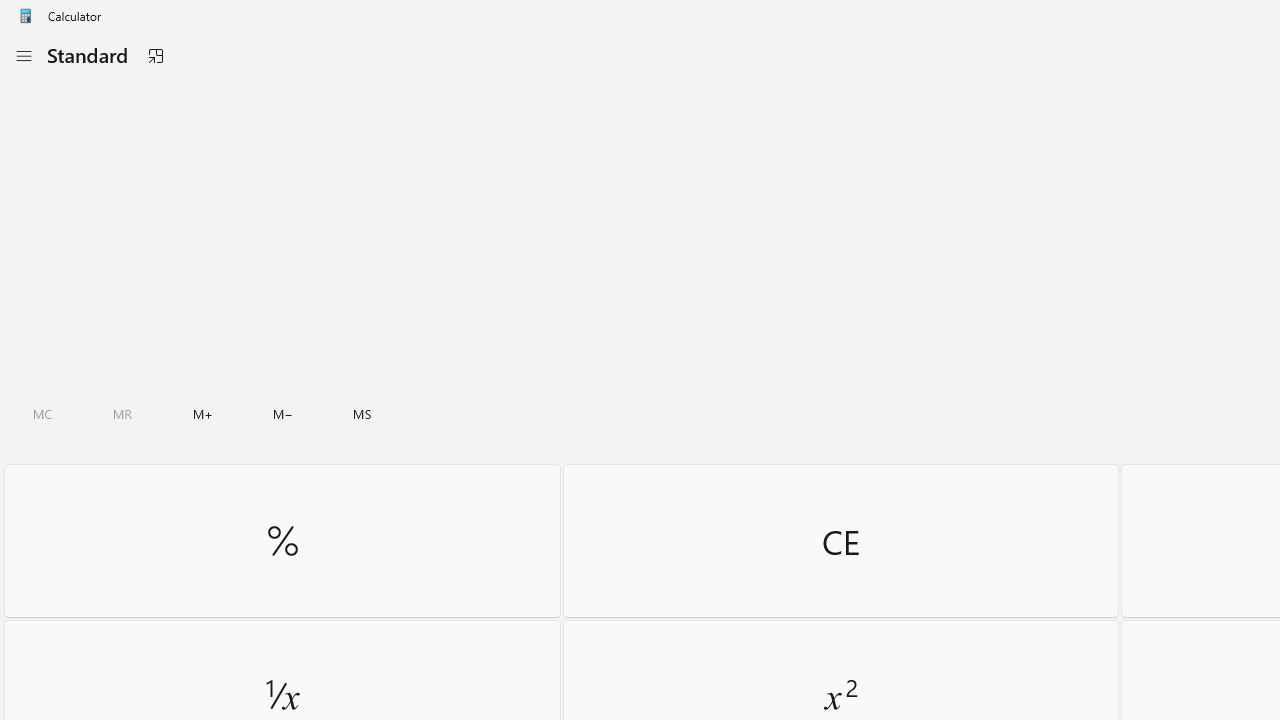 The image size is (1280, 720). Describe the element at coordinates (281, 540) in the screenshot. I see `'Percent'` at that location.